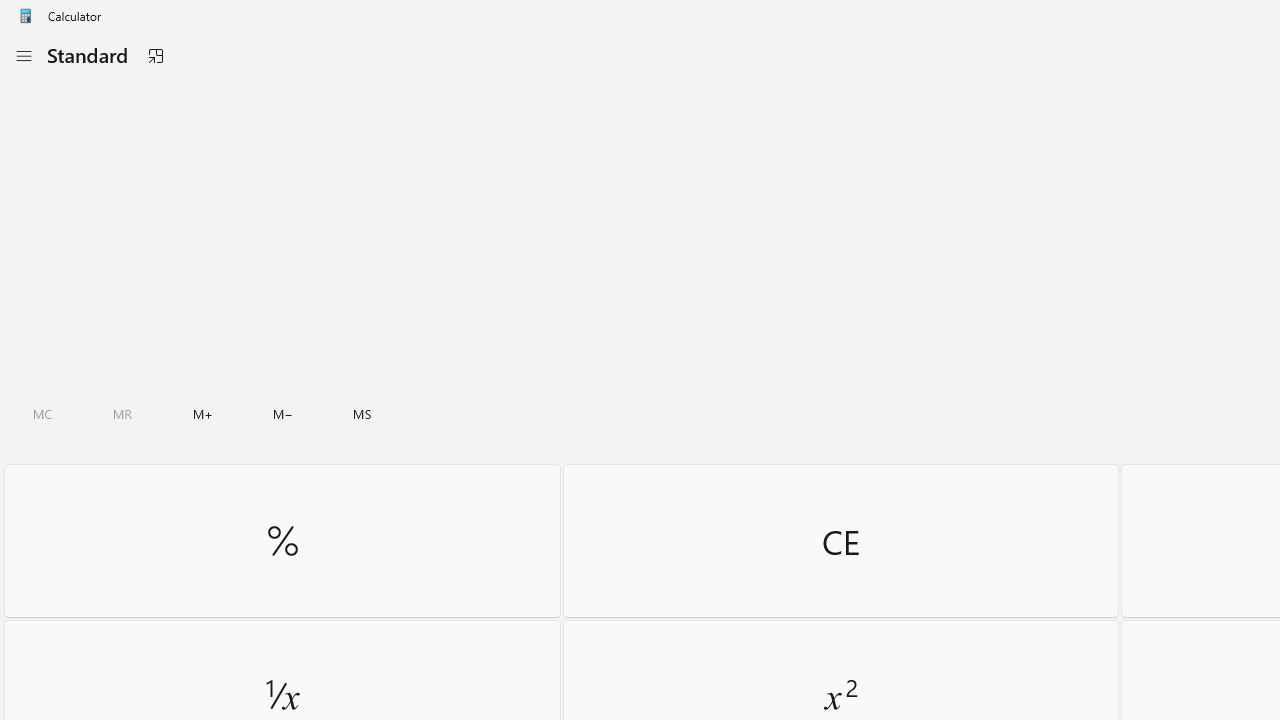 The image size is (1280, 720). Describe the element at coordinates (281, 540) in the screenshot. I see `'Percent'` at that location.